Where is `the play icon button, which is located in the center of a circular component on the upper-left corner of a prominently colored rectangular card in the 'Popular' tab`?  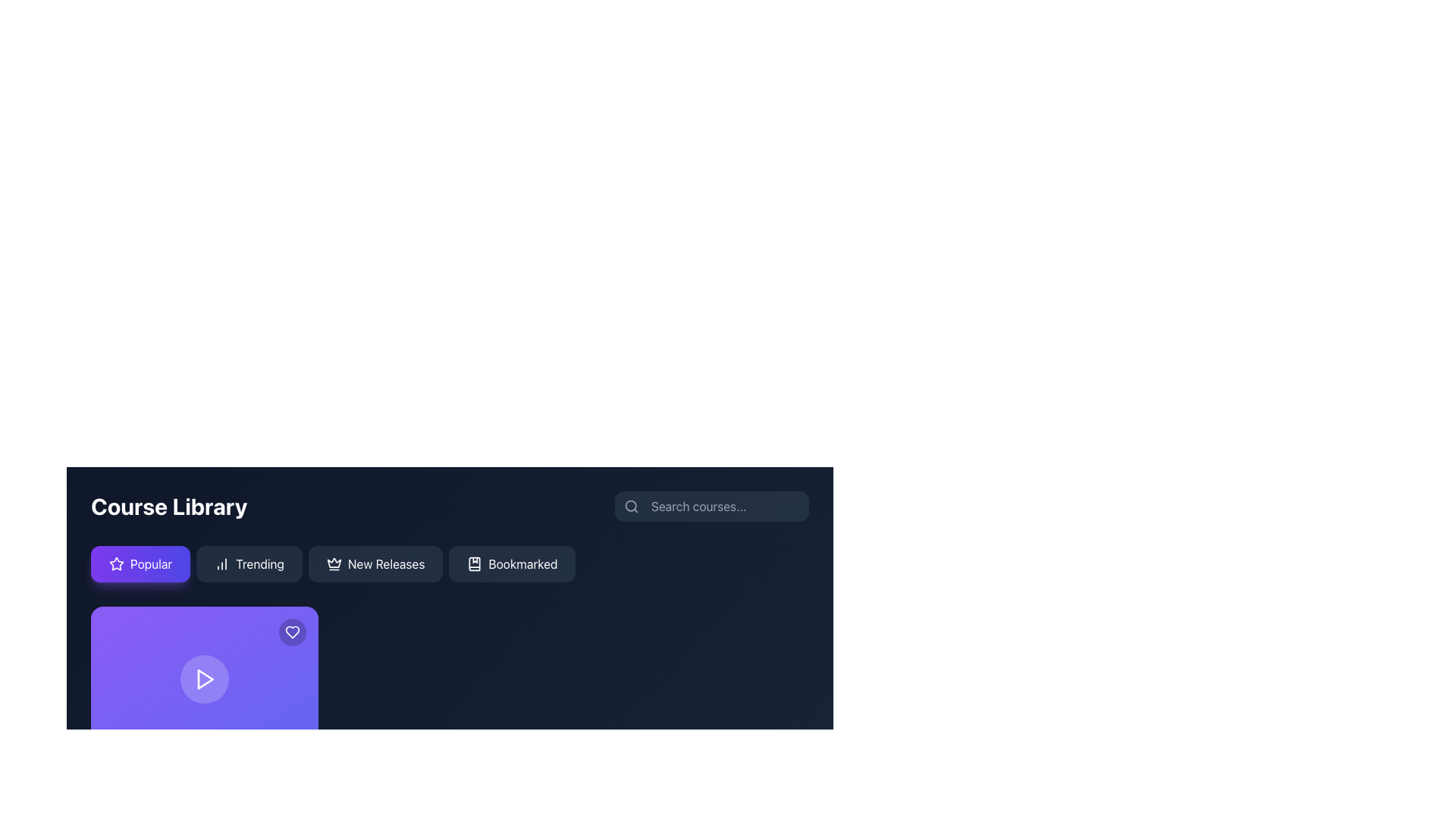
the play icon button, which is located in the center of a circular component on the upper-left corner of a prominently colored rectangular card in the 'Popular' tab is located at coordinates (203, 678).